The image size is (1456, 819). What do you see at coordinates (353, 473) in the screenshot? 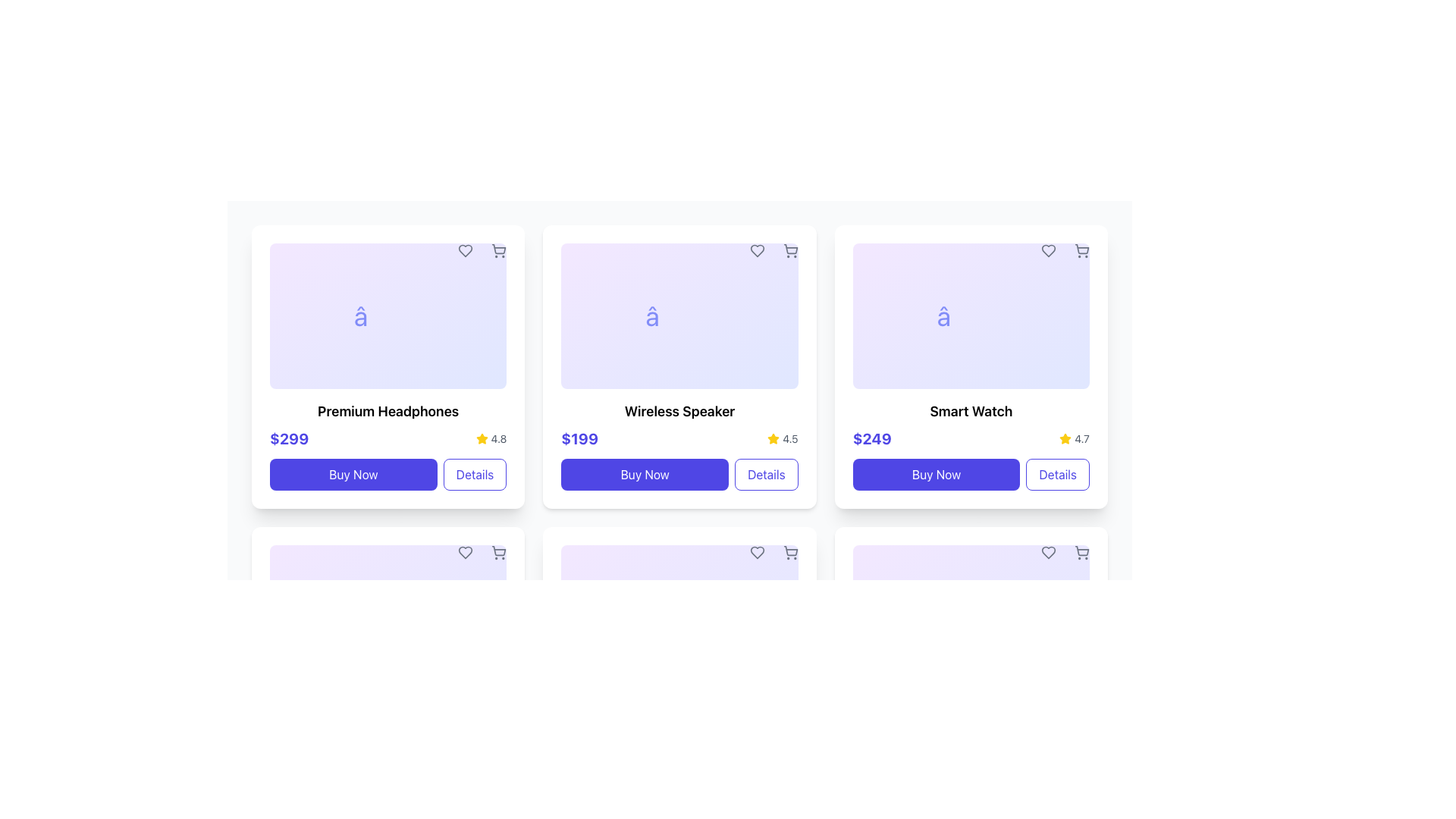
I see `the 'Buy Now' button with a vivid indigo background and white text to trigger the background color change effect` at bounding box center [353, 473].